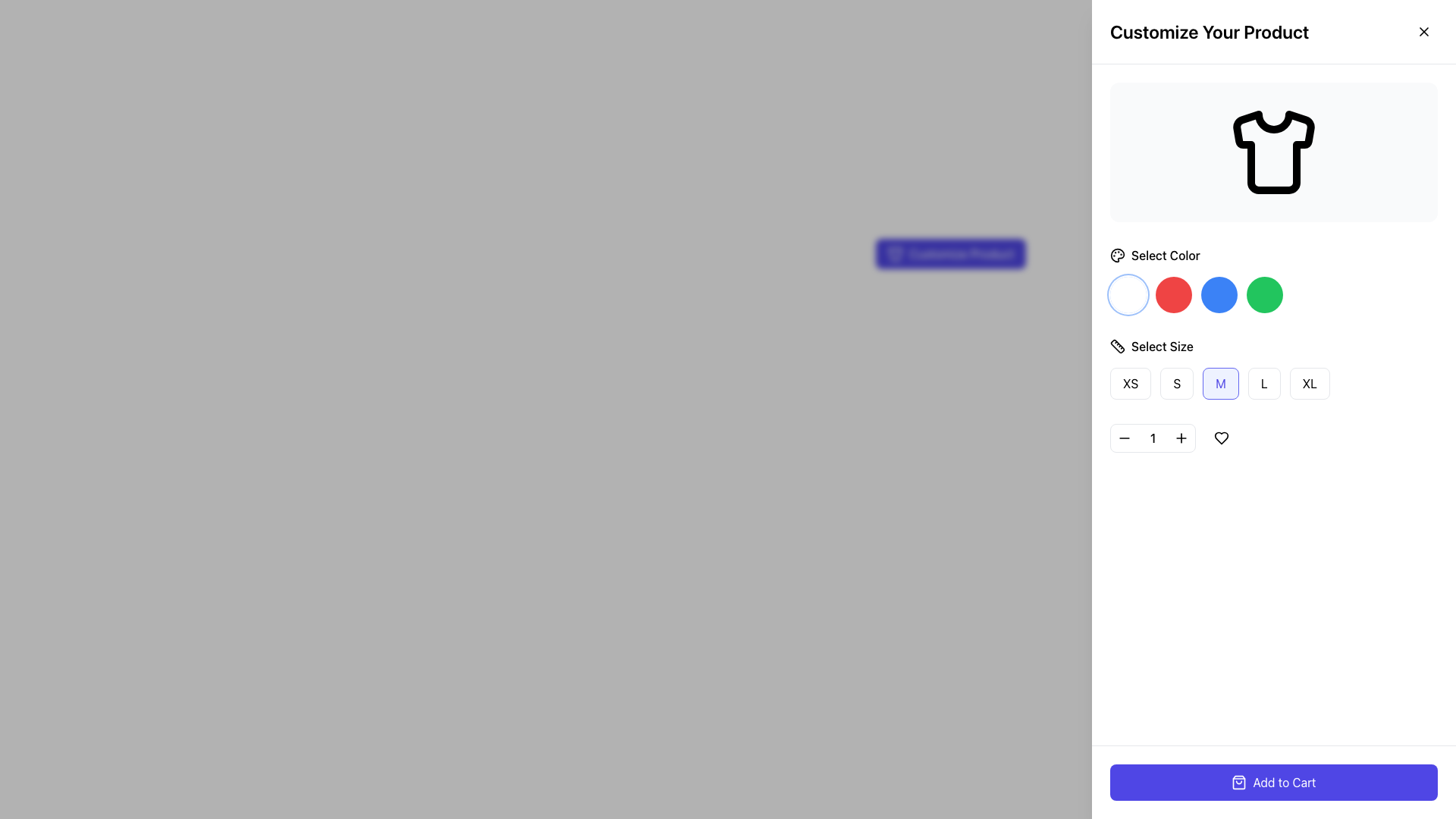 Image resolution: width=1456 pixels, height=819 pixels. Describe the element at coordinates (1274, 152) in the screenshot. I see `the shirt icon located in the top right panel under the 'Customize Your Product' section, which is styled with a black stroke and white fill` at that location.